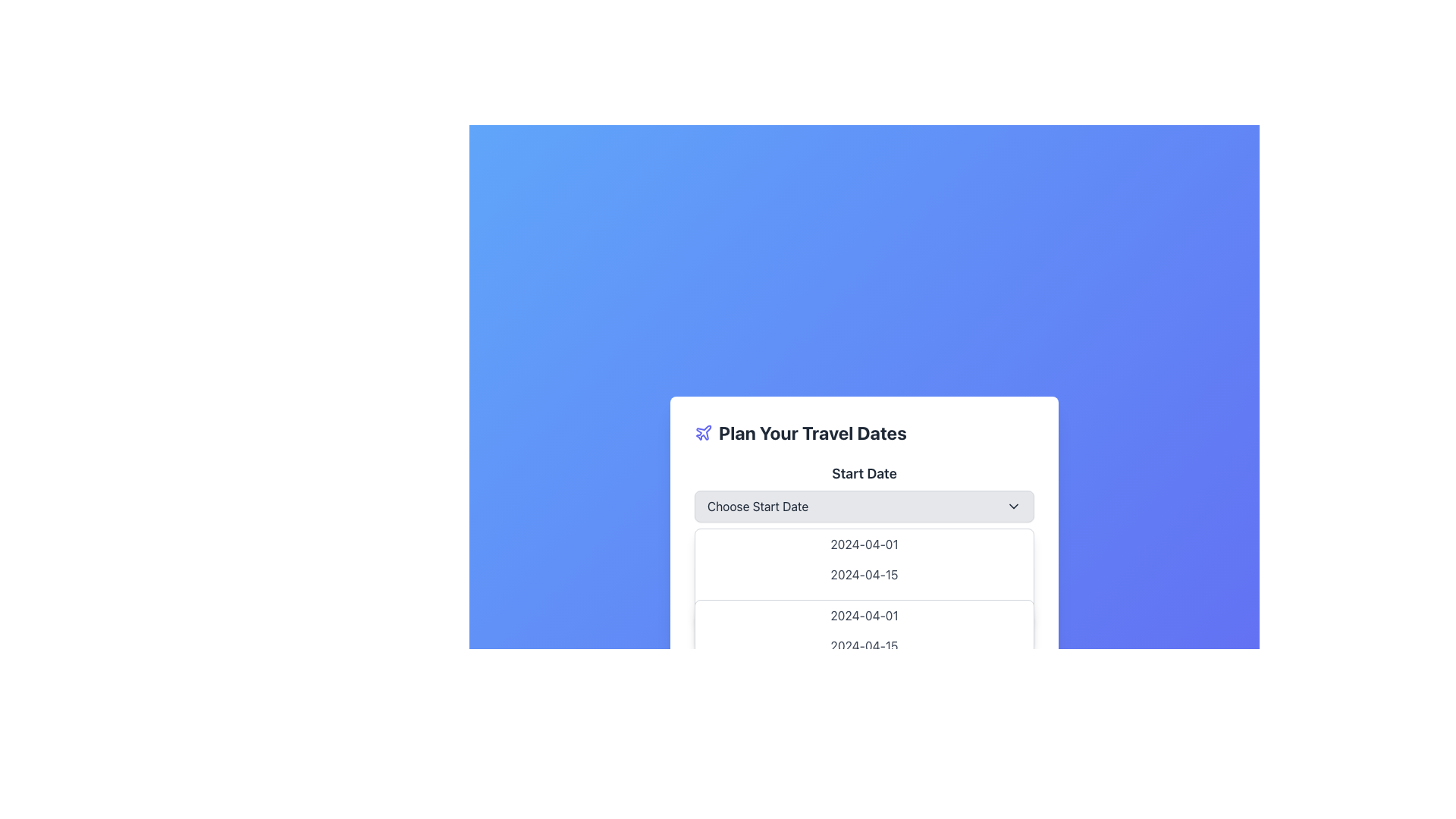  Describe the element at coordinates (864, 604) in the screenshot. I see `the third option in the date-picker dropdown` at that location.